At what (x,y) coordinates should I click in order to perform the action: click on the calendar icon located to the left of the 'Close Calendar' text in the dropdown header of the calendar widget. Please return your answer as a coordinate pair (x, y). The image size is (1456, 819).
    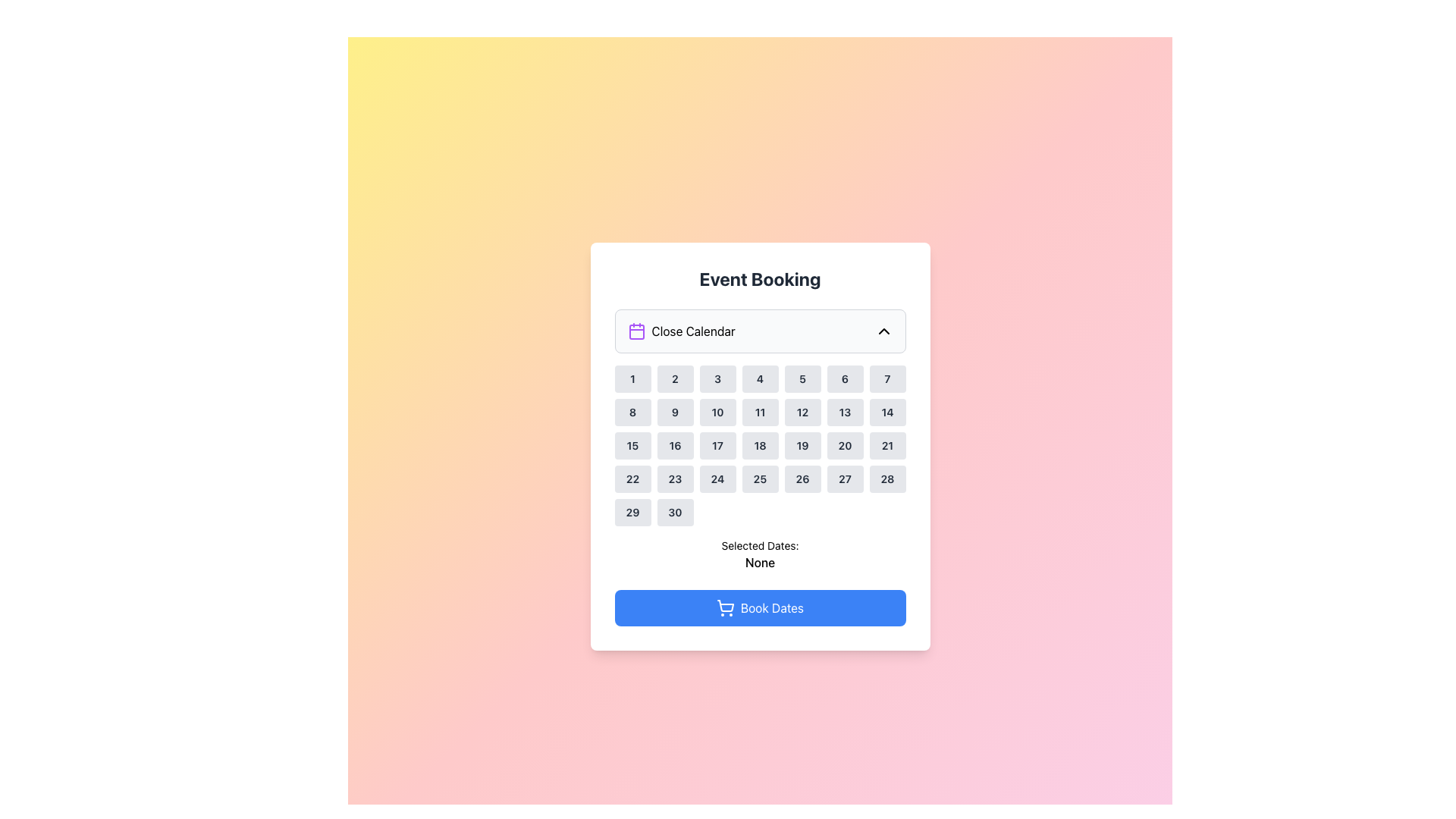
    Looking at the image, I should click on (636, 330).